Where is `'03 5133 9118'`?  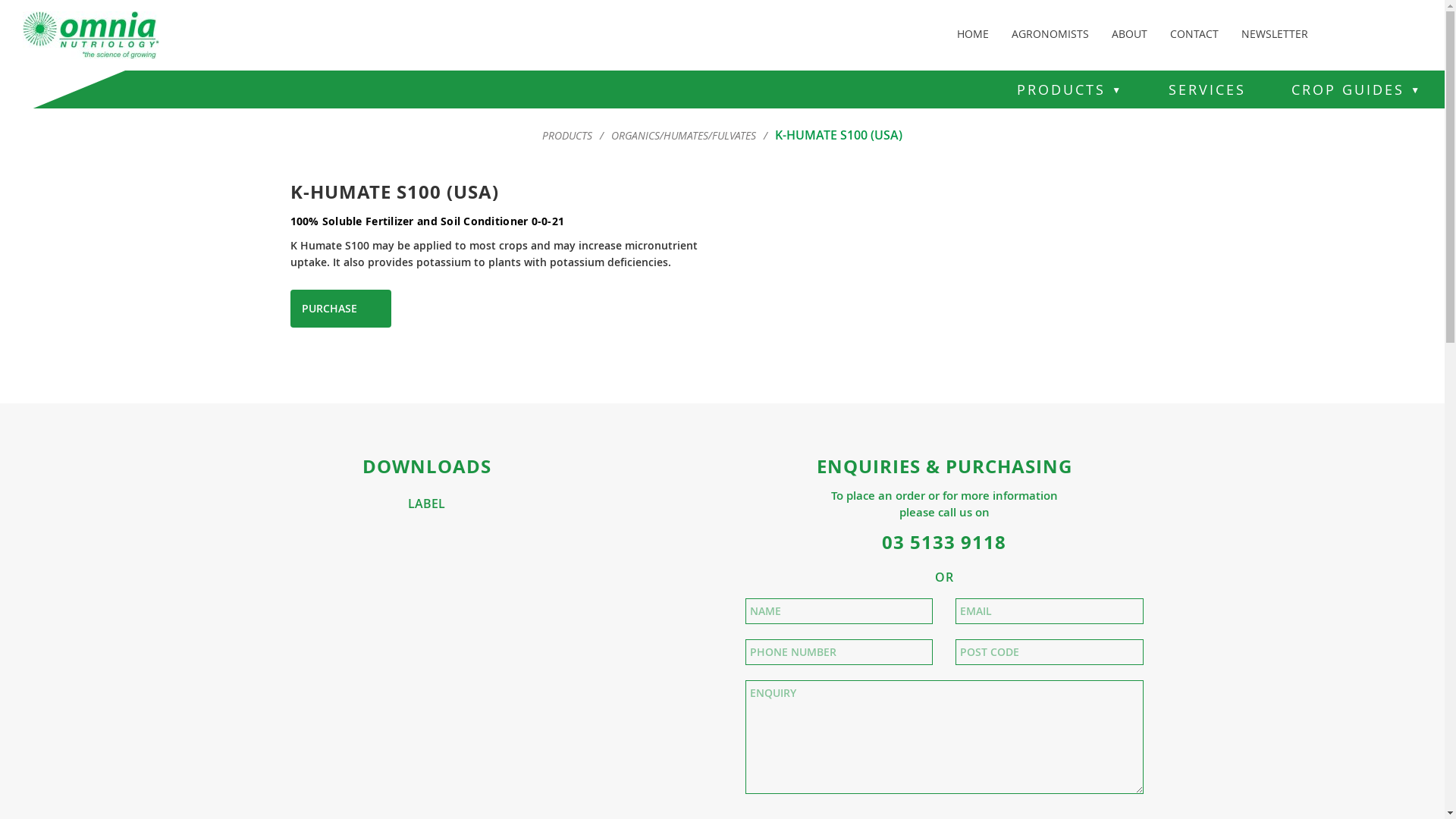 '03 5133 9118' is located at coordinates (881, 541).